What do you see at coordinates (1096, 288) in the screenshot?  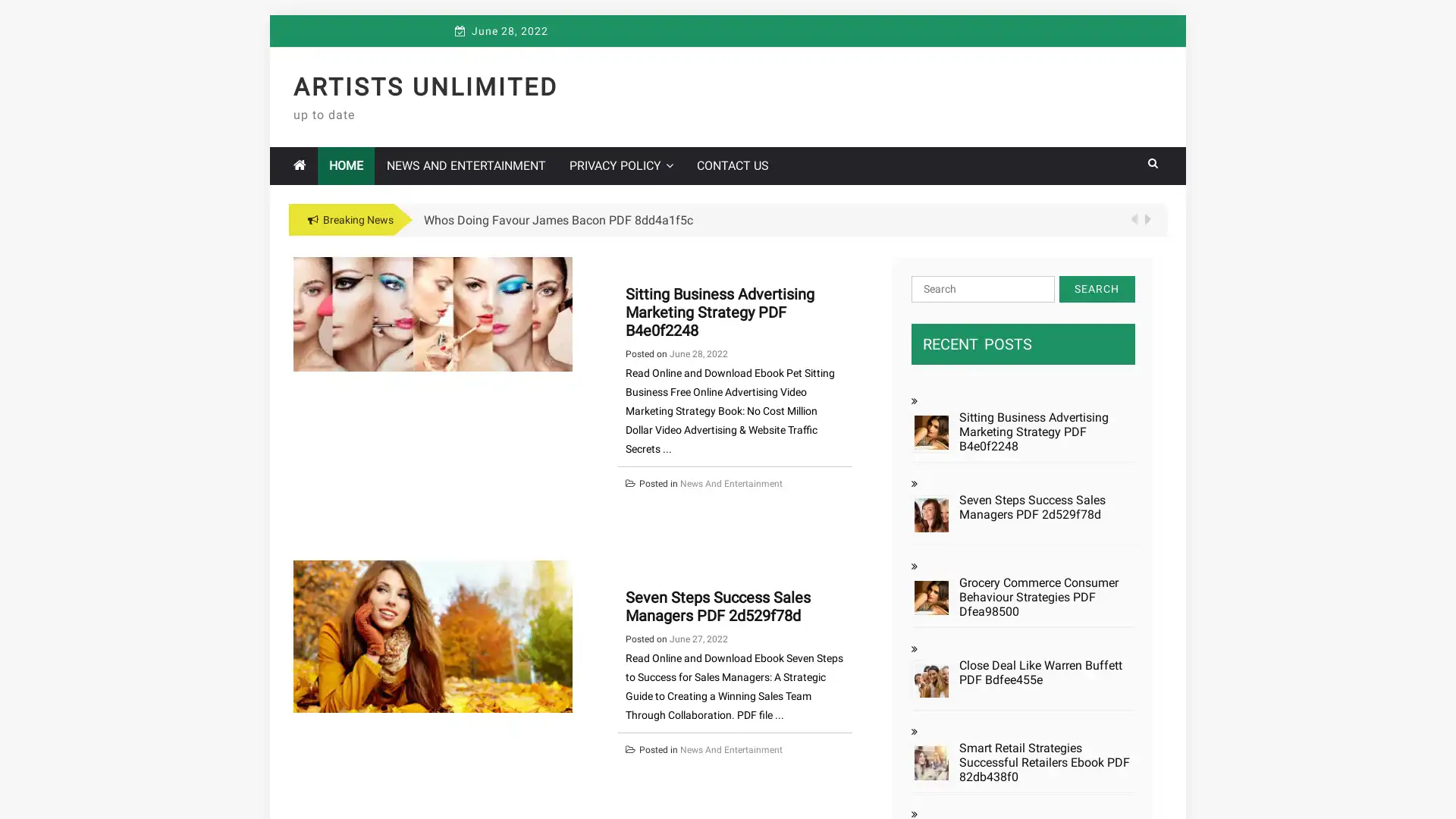 I see `Search` at bounding box center [1096, 288].